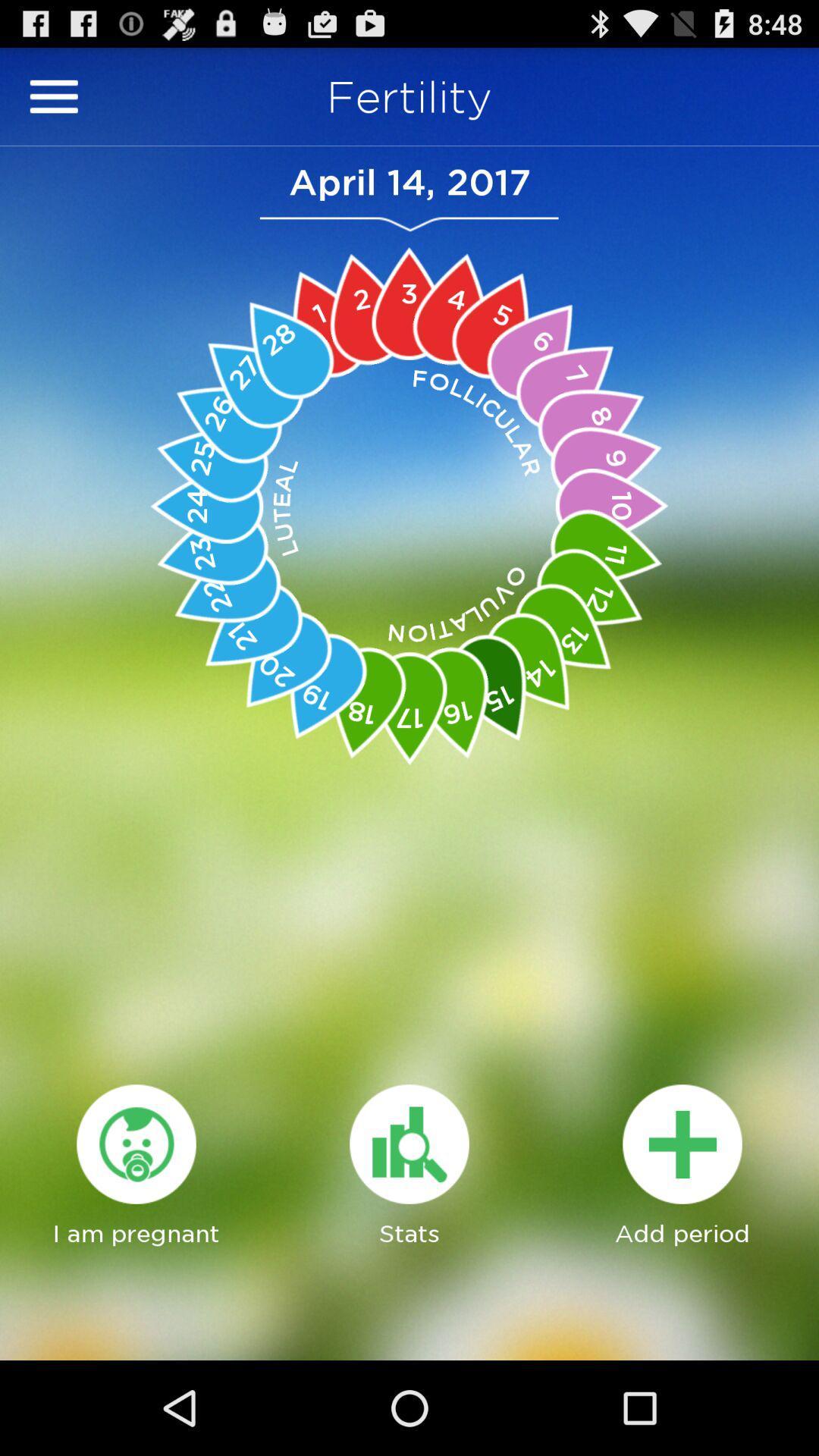  Describe the element at coordinates (409, 303) in the screenshot. I see `3 in the red color` at that location.